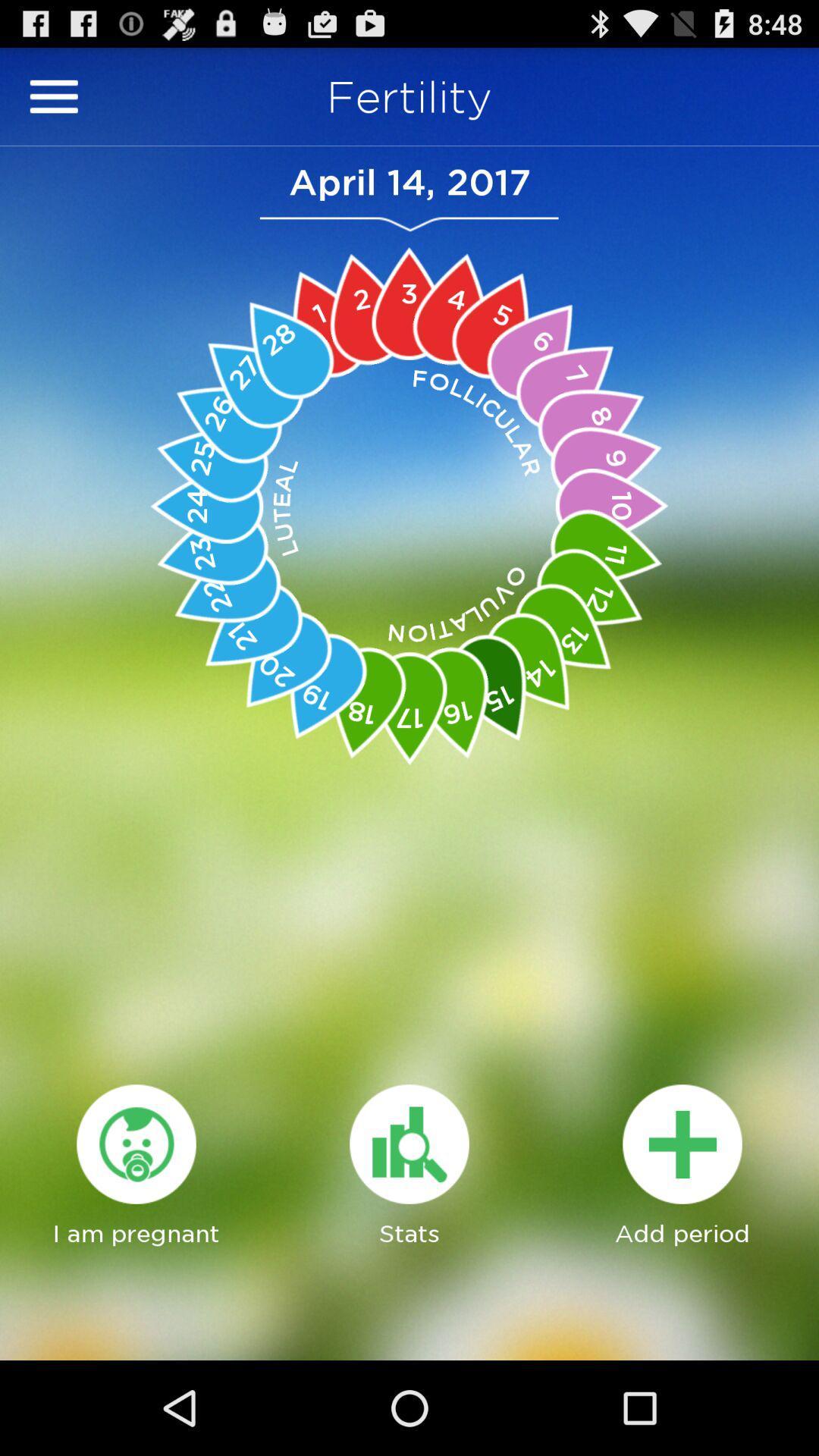  Describe the element at coordinates (409, 303) in the screenshot. I see `3 in the red color` at that location.